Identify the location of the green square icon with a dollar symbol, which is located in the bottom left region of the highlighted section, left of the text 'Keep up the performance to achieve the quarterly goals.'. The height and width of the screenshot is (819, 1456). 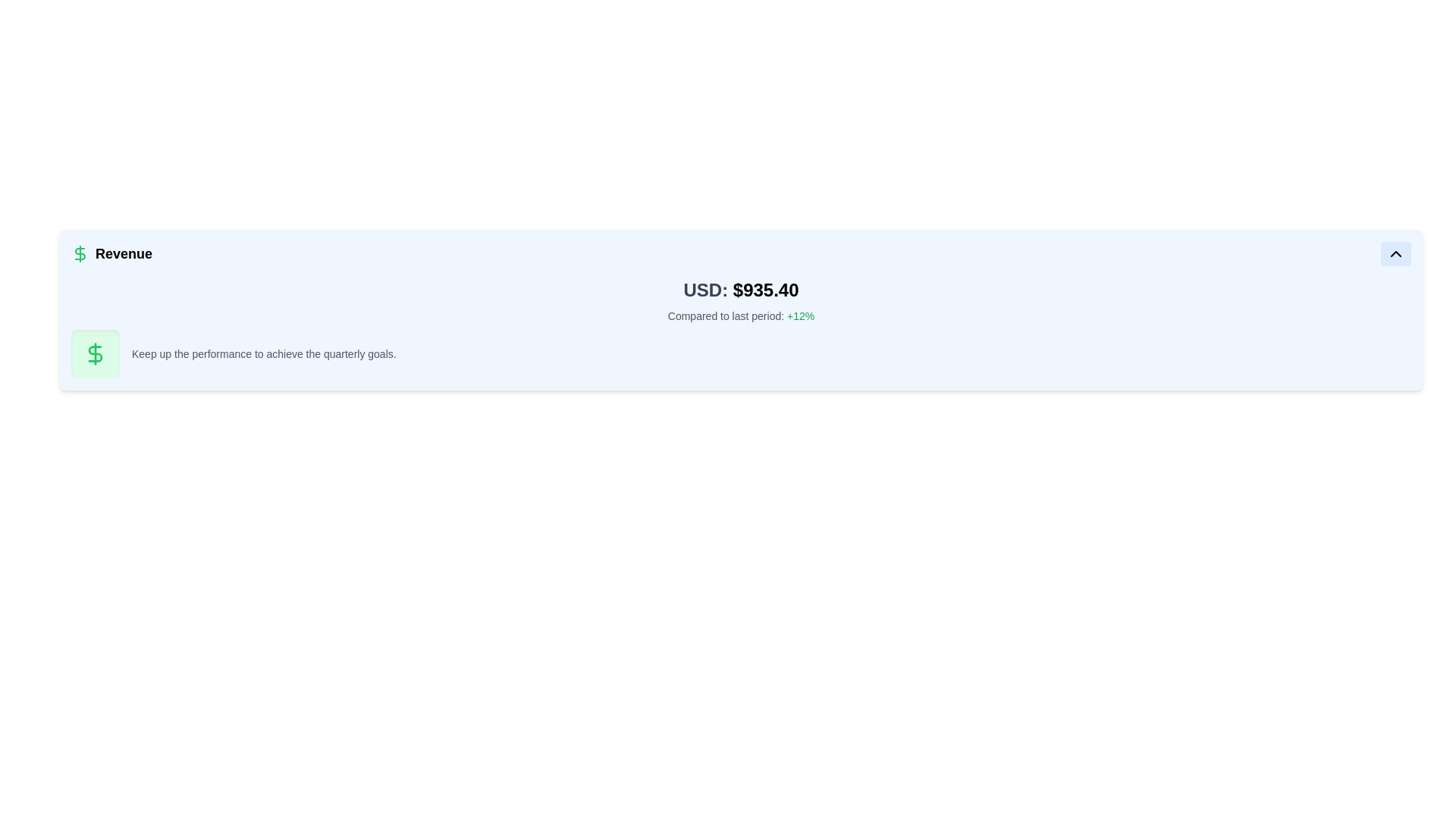
(94, 353).